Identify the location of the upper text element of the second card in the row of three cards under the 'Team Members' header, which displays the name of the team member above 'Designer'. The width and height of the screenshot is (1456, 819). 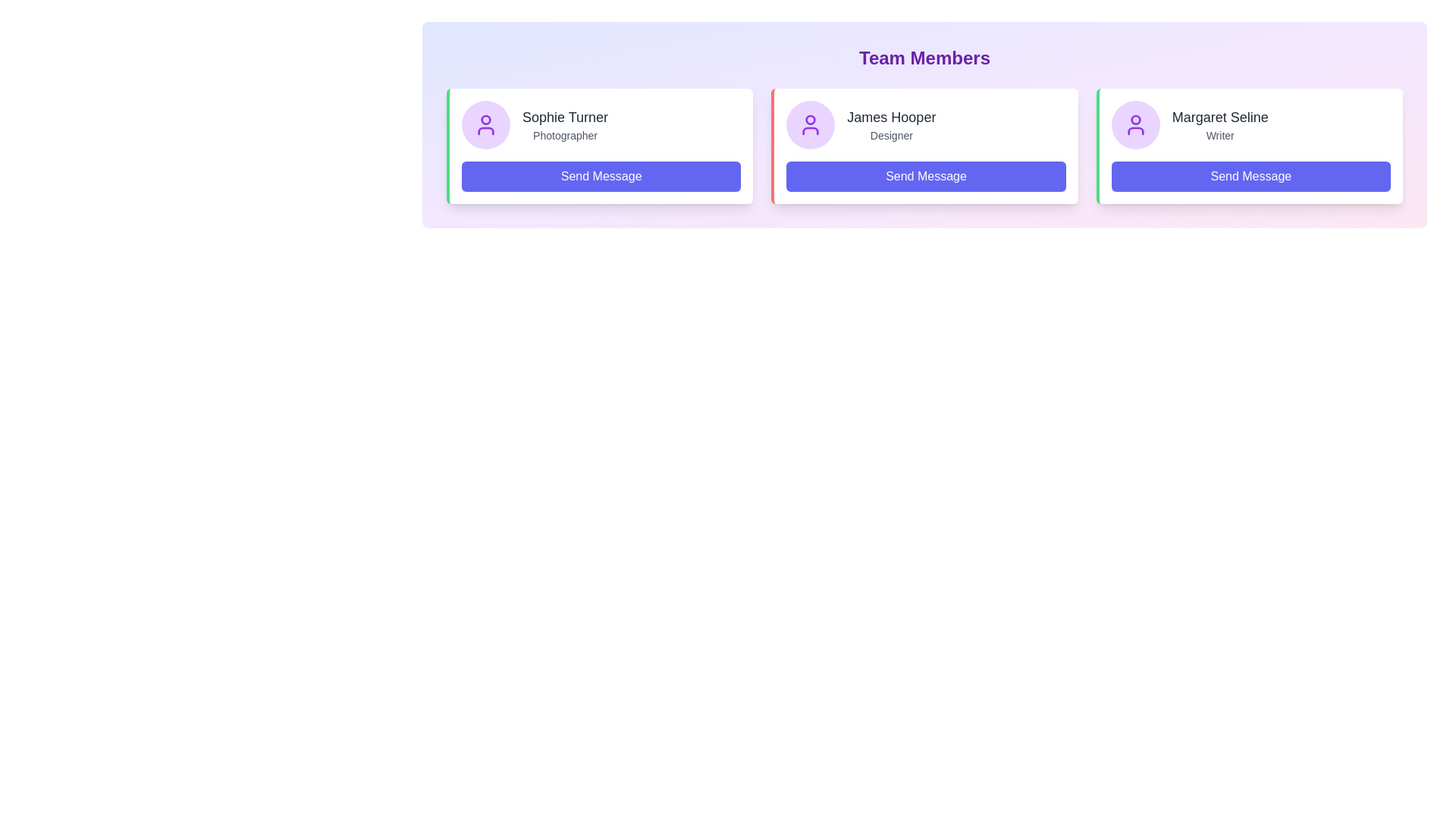
(891, 116).